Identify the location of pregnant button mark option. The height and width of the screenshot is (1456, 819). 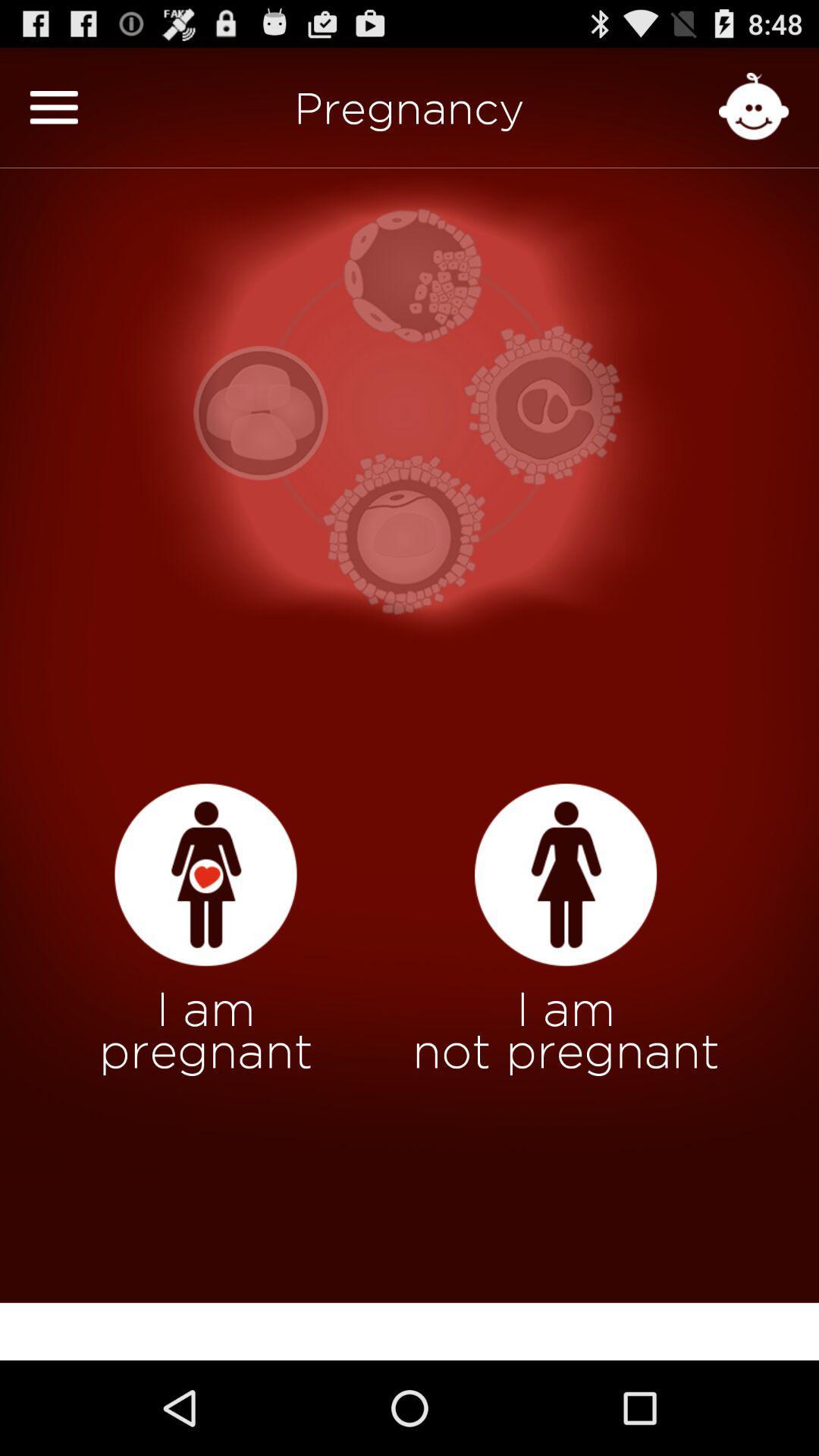
(206, 875).